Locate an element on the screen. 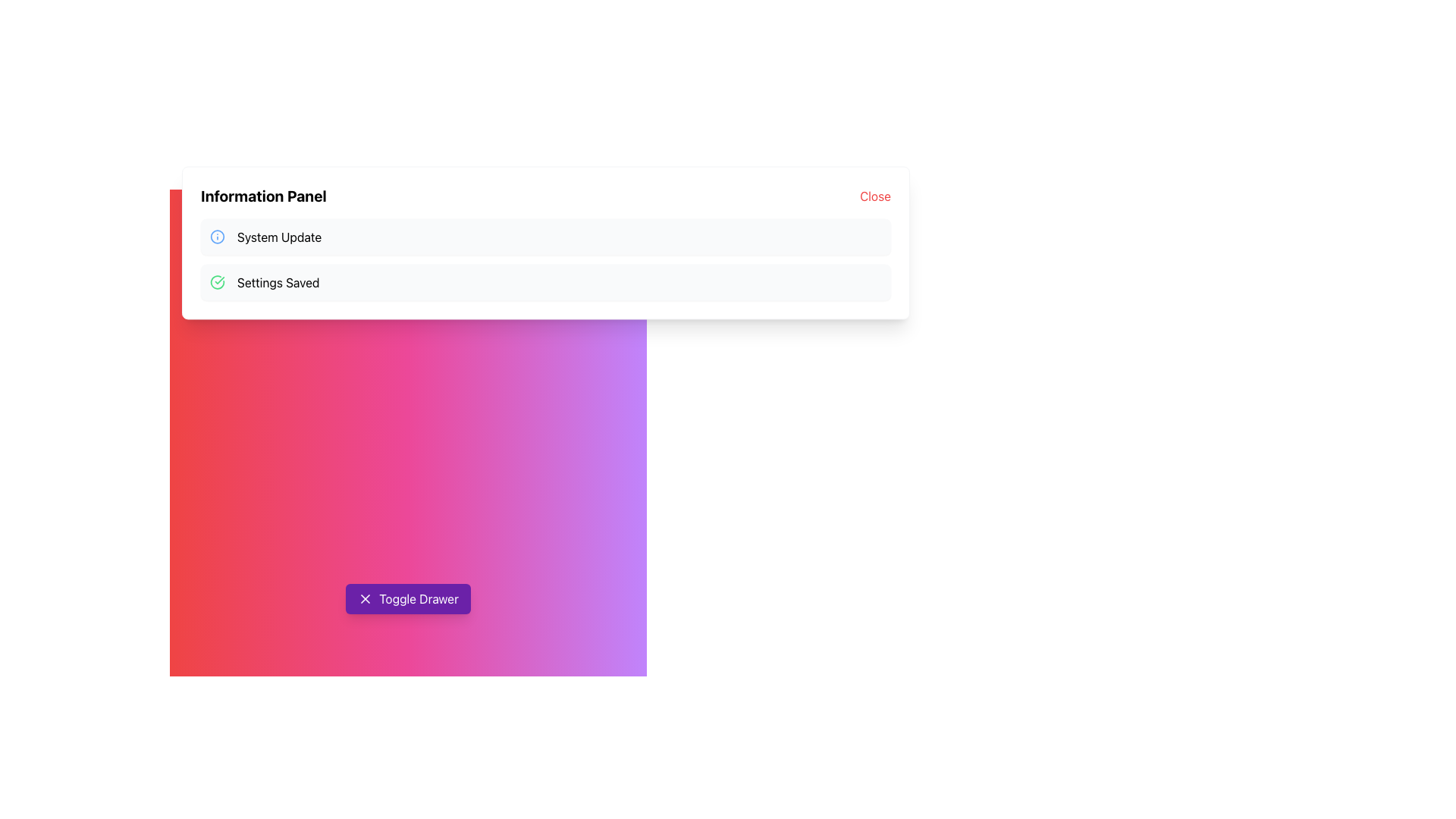 Image resolution: width=1456 pixels, height=819 pixels. the Circular icon next to the 'System Update' message in the Information Panel is located at coordinates (217, 237).